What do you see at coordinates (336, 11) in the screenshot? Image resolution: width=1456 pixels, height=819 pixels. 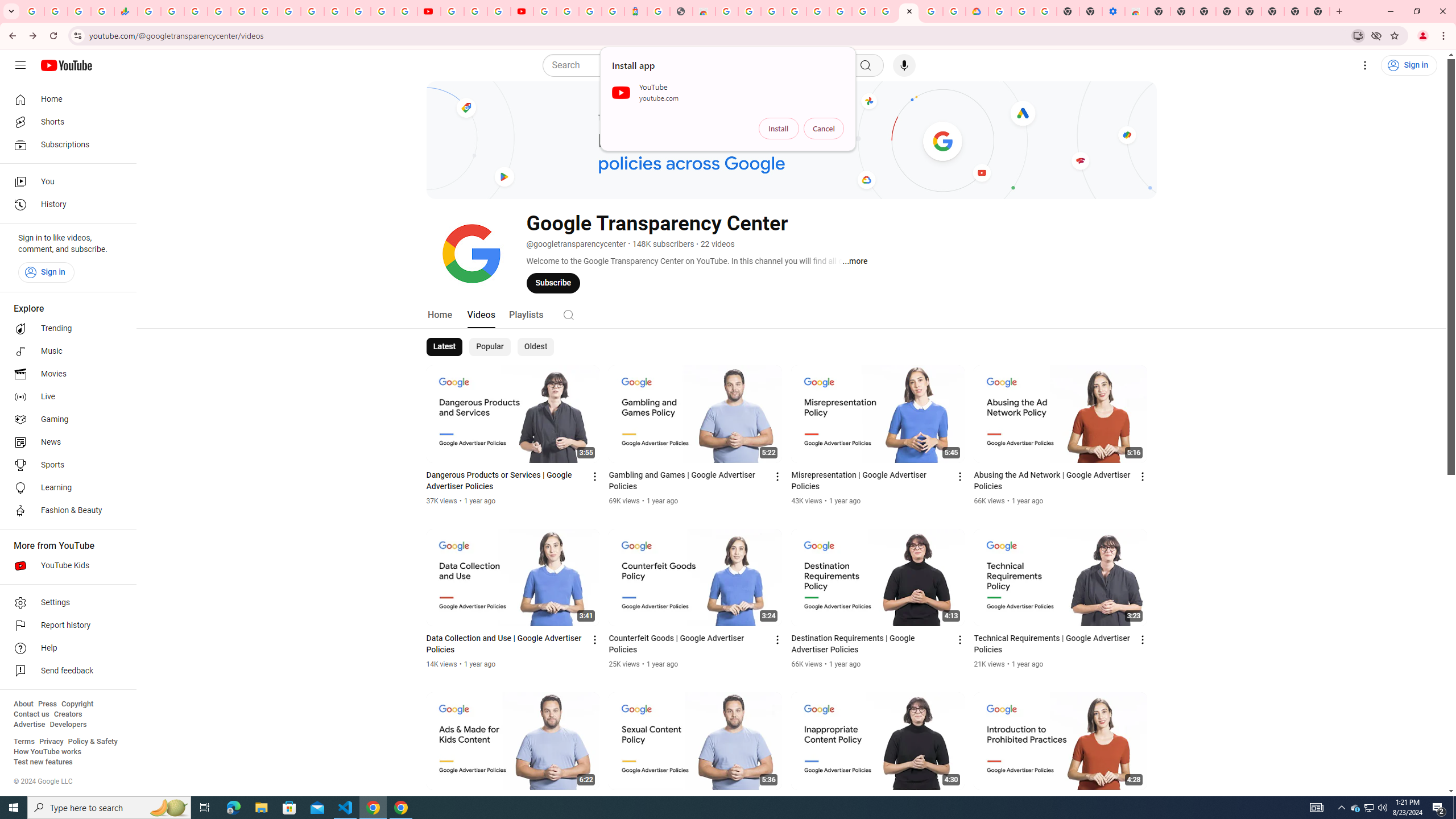 I see `'Sign in - Google Accounts'` at bounding box center [336, 11].